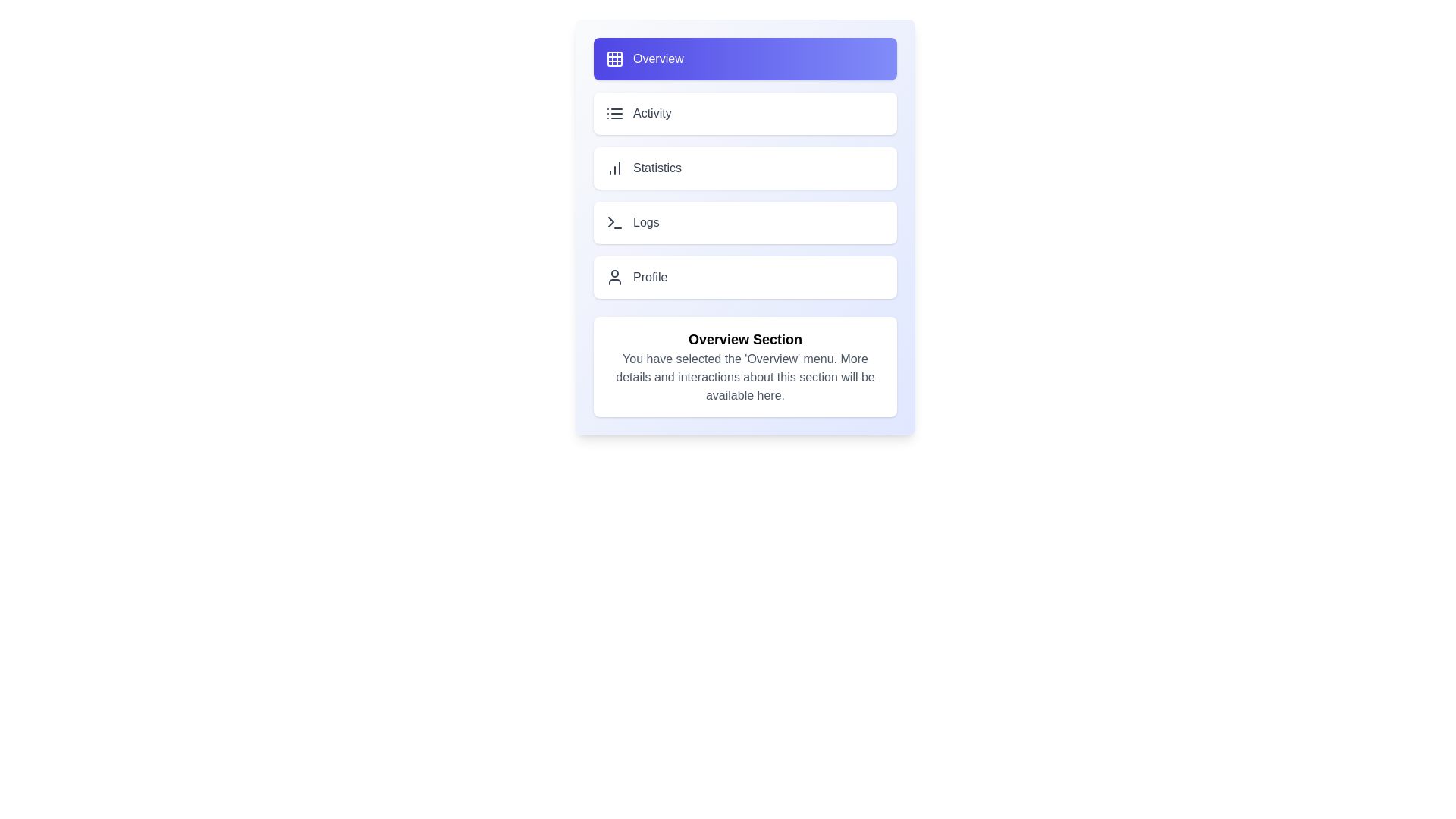 The image size is (1456, 819). What do you see at coordinates (745, 222) in the screenshot?
I see `the menu item Logs to display its section` at bounding box center [745, 222].